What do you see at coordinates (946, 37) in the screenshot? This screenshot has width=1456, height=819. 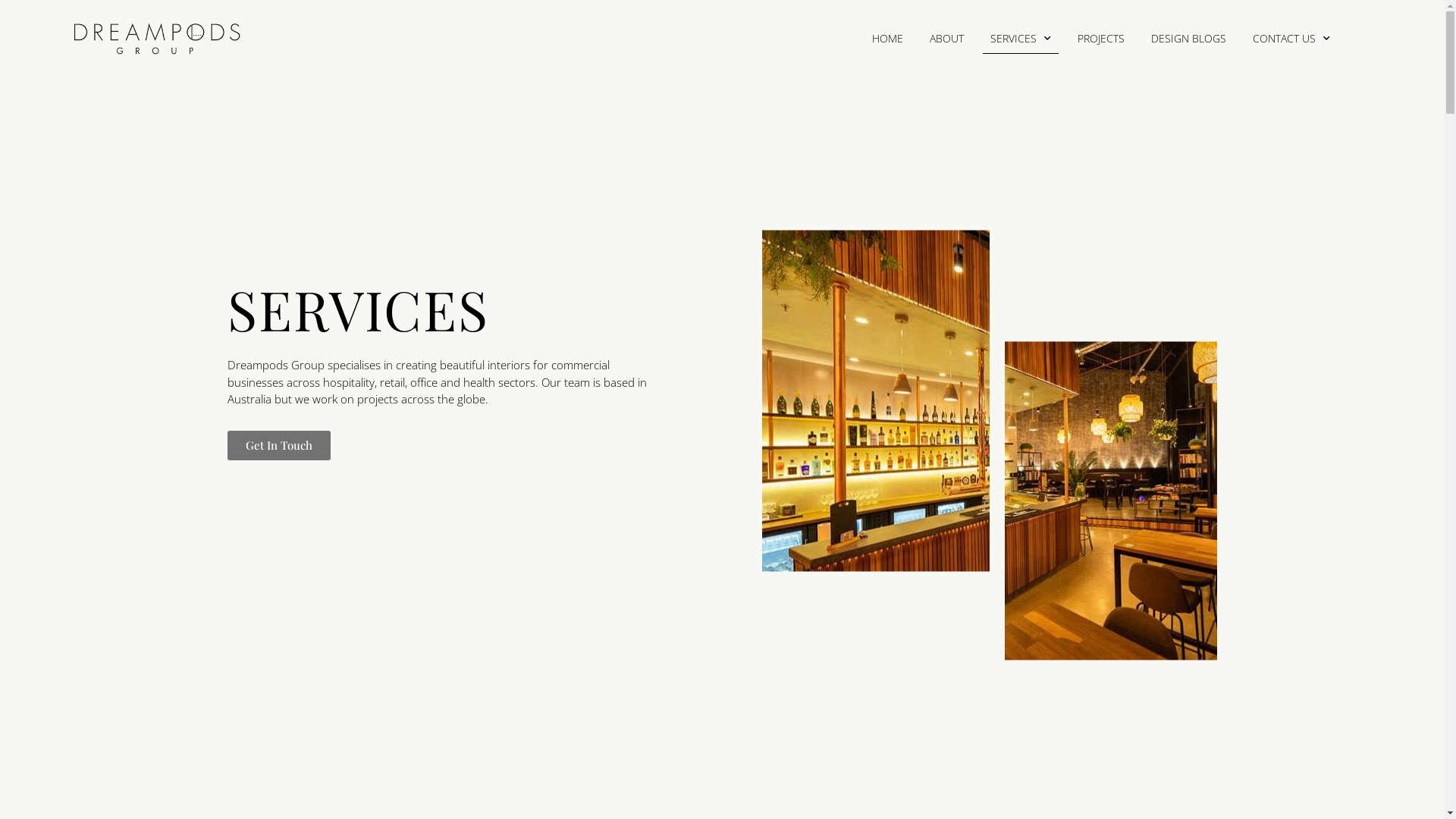 I see `'ABOUT'` at bounding box center [946, 37].